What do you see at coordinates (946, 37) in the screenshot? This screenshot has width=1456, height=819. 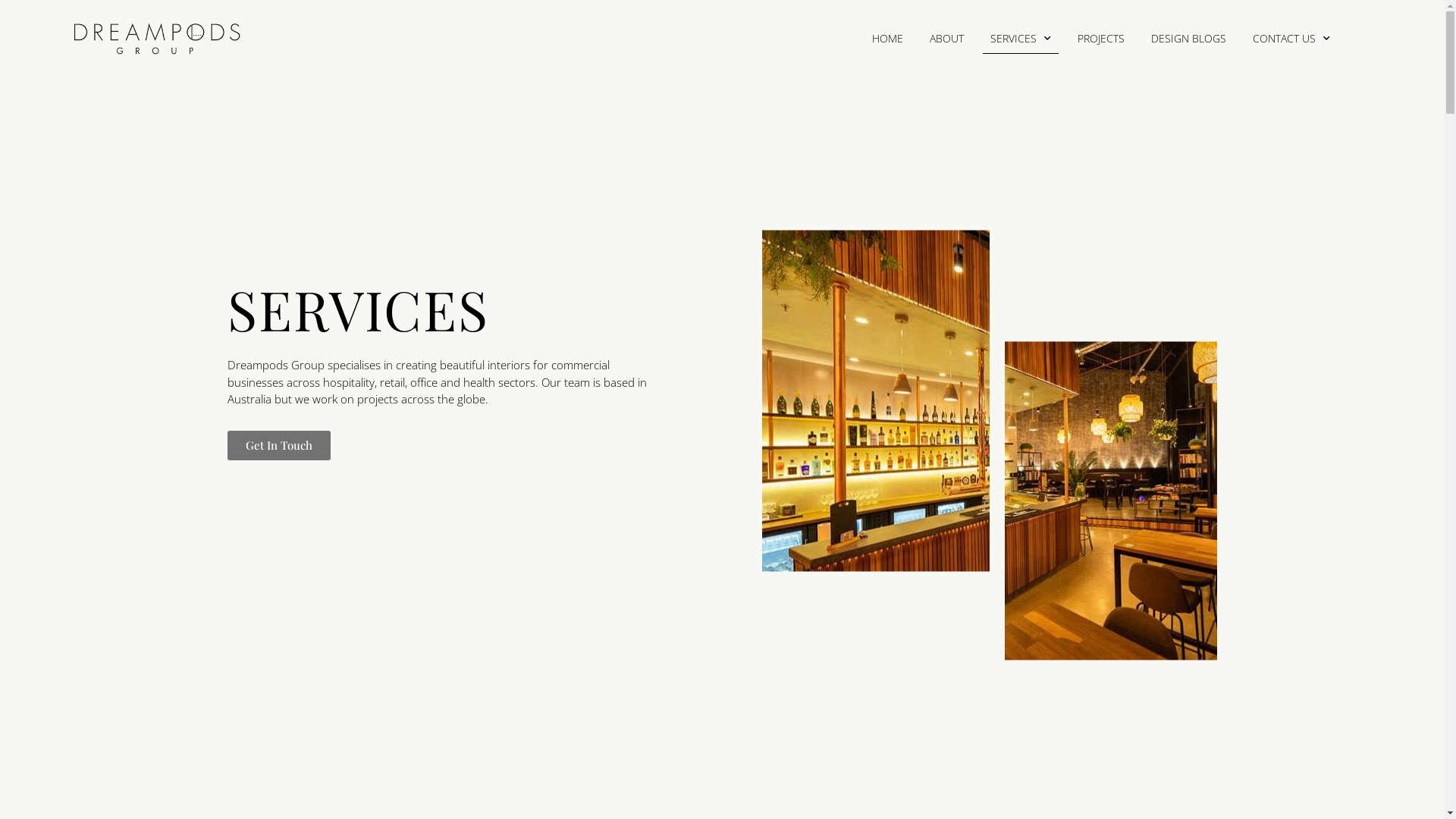 I see `'ABOUT'` at bounding box center [946, 37].